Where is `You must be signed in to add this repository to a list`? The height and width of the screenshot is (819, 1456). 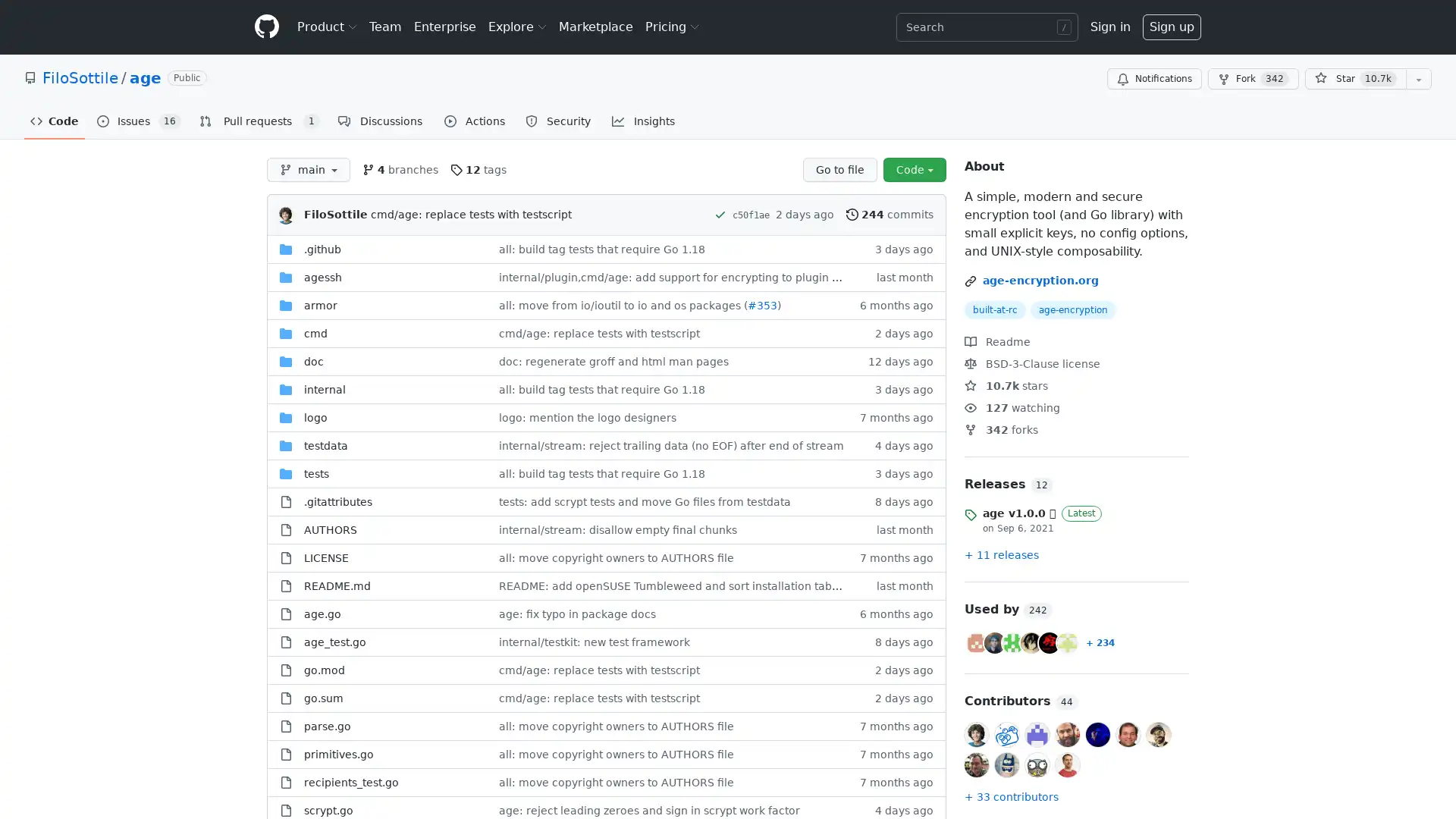 You must be signed in to add this repository to a list is located at coordinates (1418, 79).